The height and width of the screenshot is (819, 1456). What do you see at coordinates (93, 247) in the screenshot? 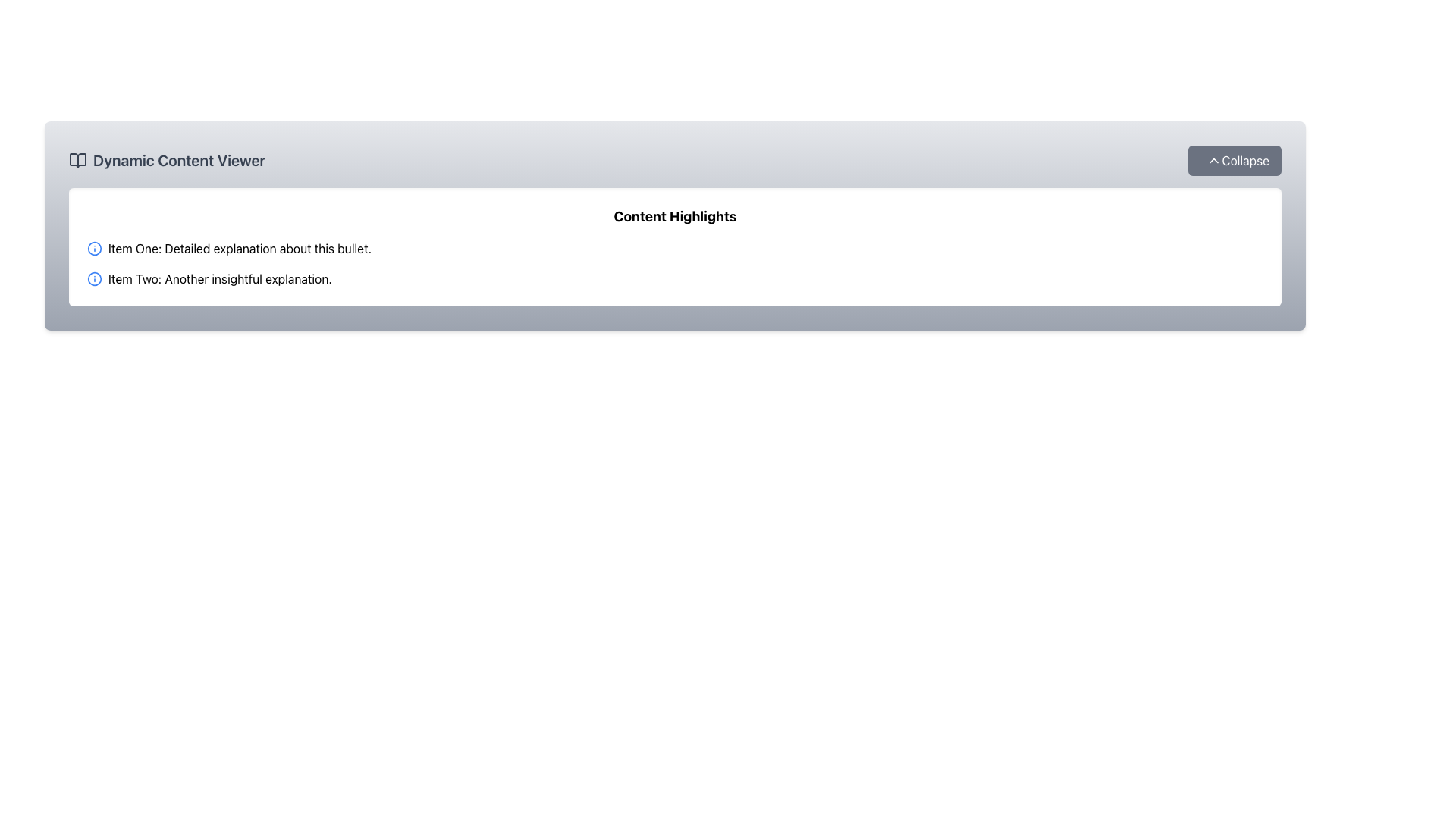
I see `informational icon located to the left of the text 'Item One: Detailed explanation about this bullet.'` at bounding box center [93, 247].